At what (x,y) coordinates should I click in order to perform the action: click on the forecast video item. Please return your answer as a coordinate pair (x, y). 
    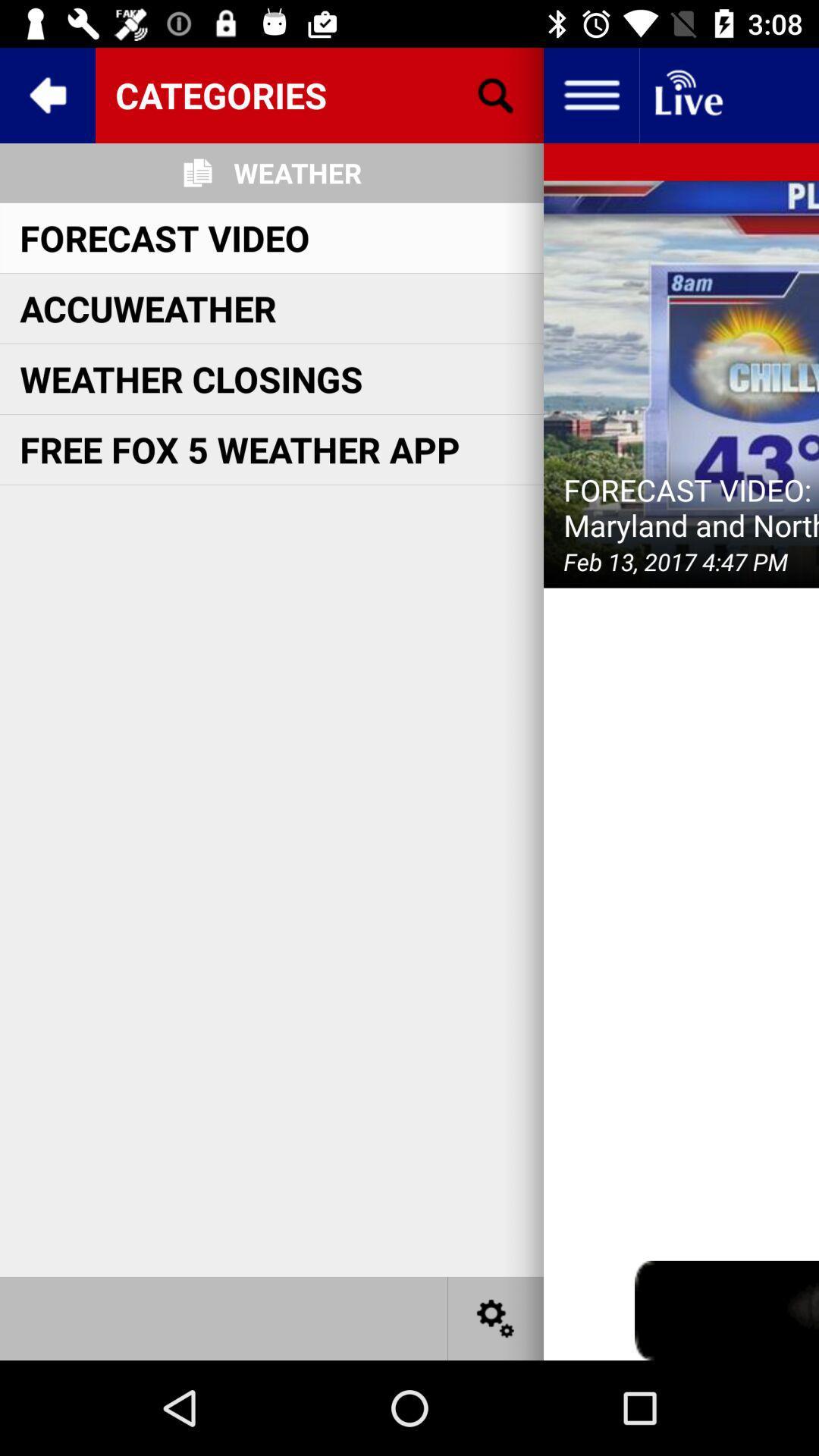
    Looking at the image, I should click on (165, 237).